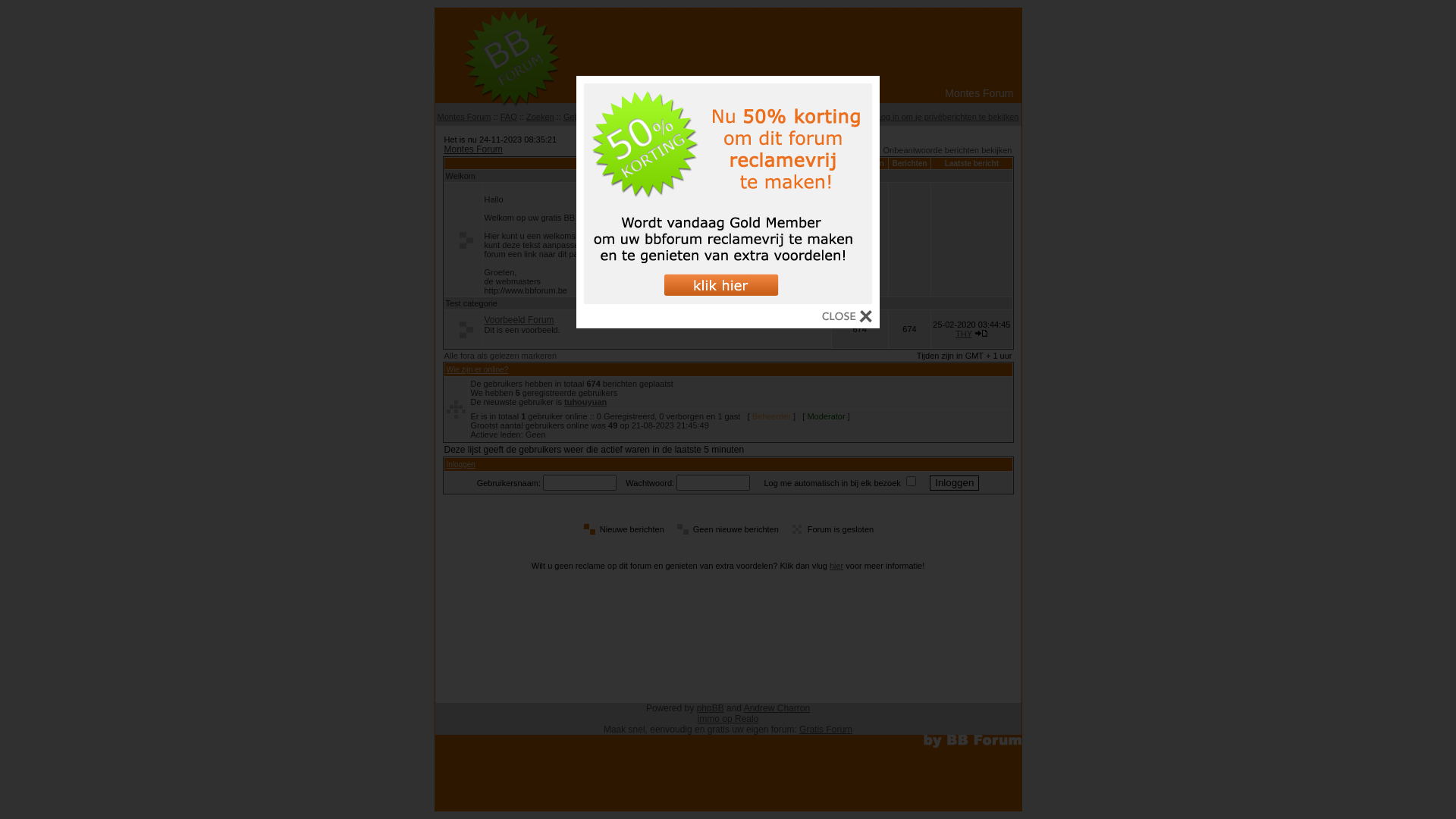 The image size is (1456, 819). Describe the element at coordinates (709, 708) in the screenshot. I see `'phpBB'` at that location.